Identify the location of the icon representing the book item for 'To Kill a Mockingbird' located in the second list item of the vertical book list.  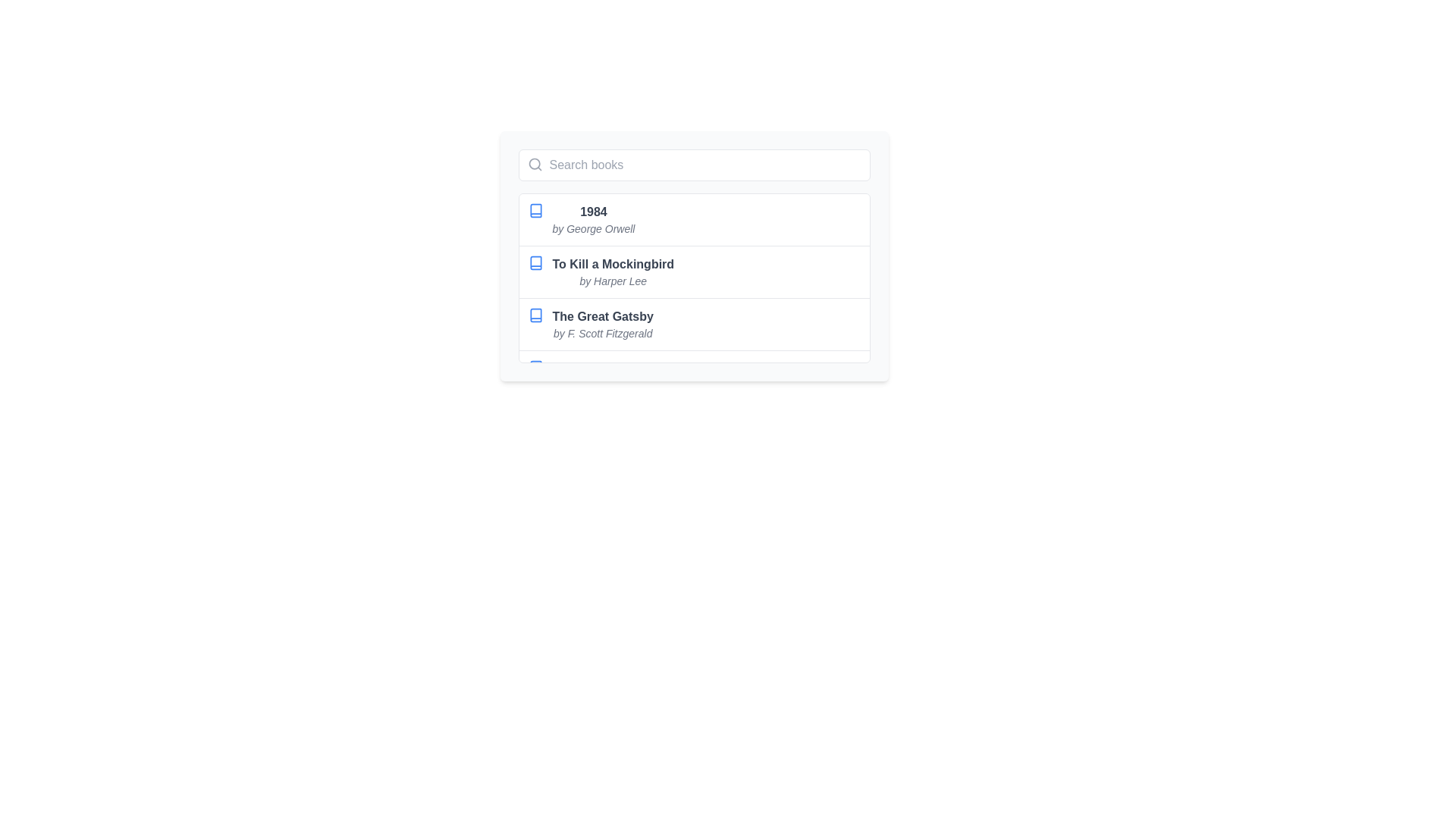
(535, 262).